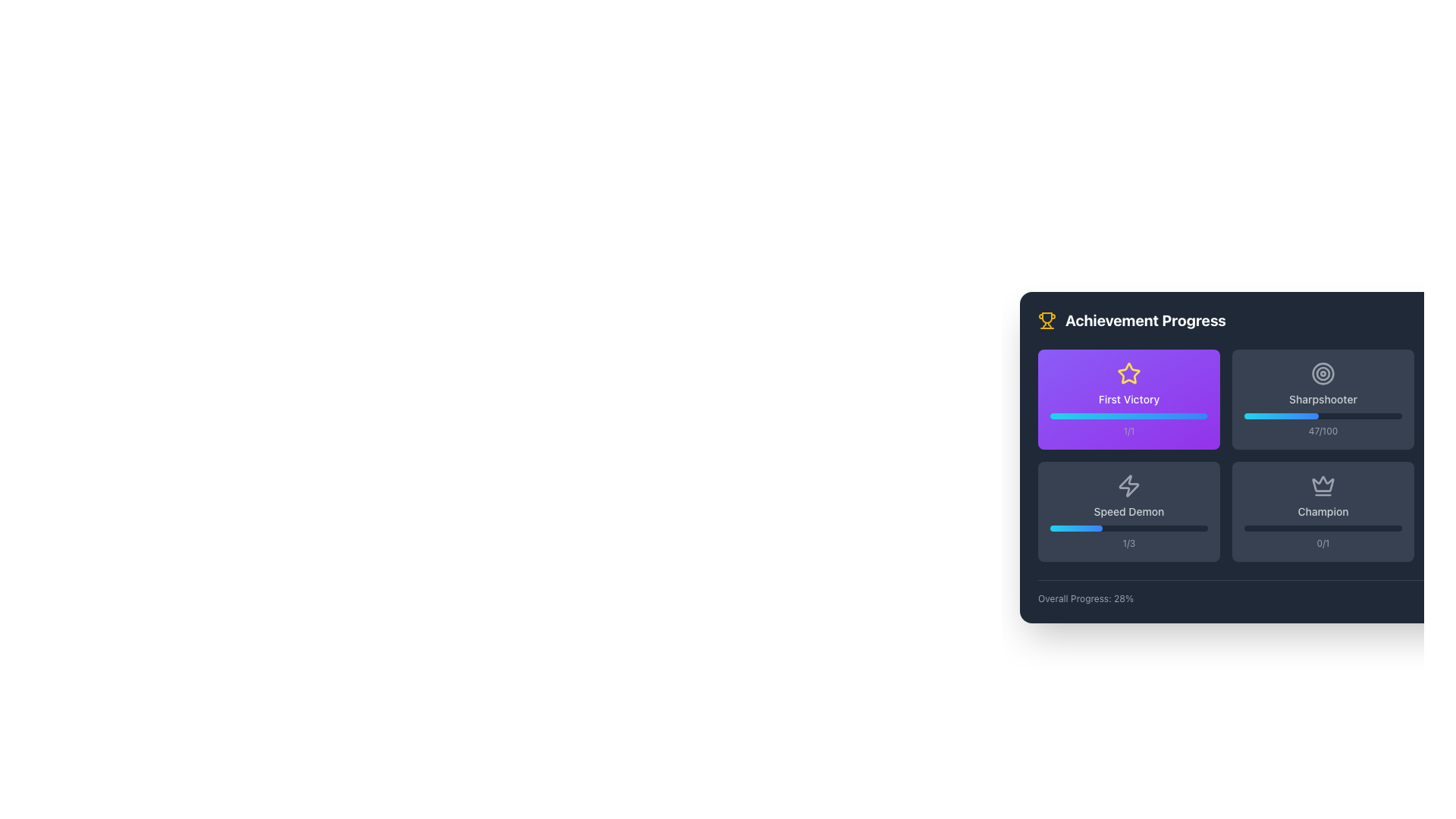 This screenshot has width=1456, height=819. Describe the element at coordinates (1280, 416) in the screenshot. I see `the progress bar styled with a gradient transitioning from cyan to blue, located in the 'Achievement Progress' panel under the 'Sharpshooter' achievement card` at that location.